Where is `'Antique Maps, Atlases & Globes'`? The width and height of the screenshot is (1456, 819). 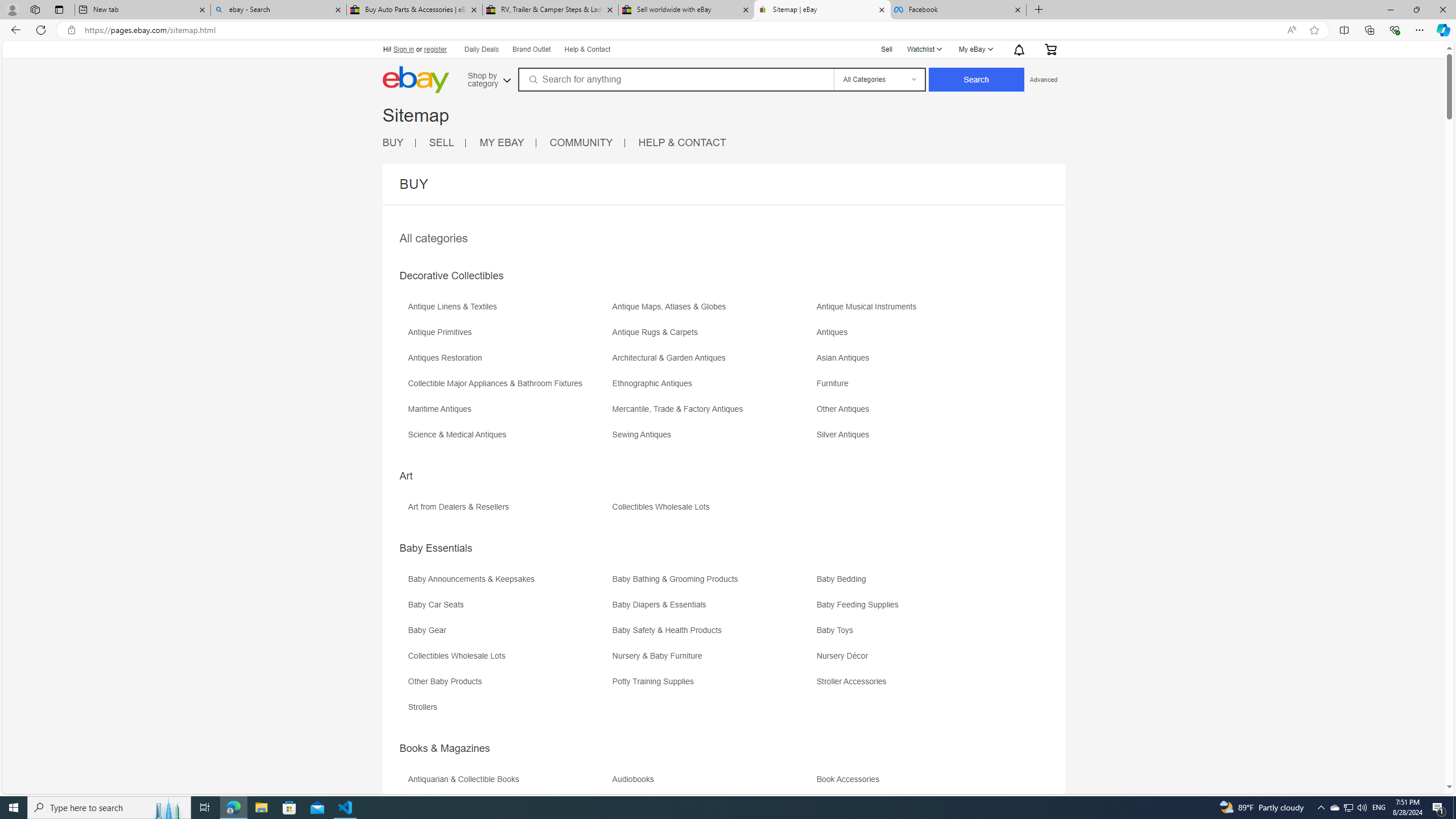
'Antique Maps, Atlases & Globes' is located at coordinates (672, 307).